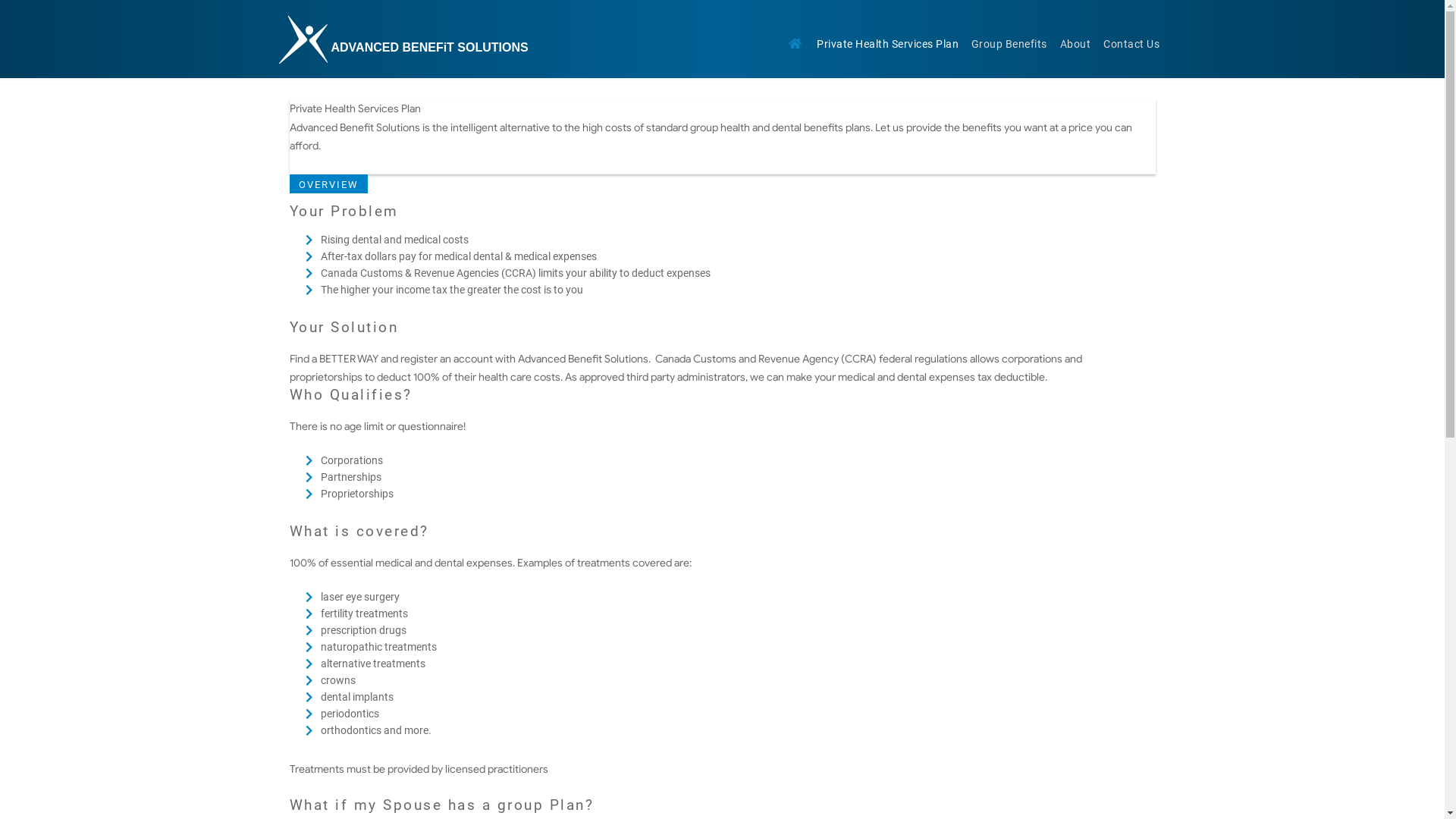 This screenshot has width=1456, height=819. What do you see at coordinates (888, 45) in the screenshot?
I see `'Private Health Services Plan'` at bounding box center [888, 45].